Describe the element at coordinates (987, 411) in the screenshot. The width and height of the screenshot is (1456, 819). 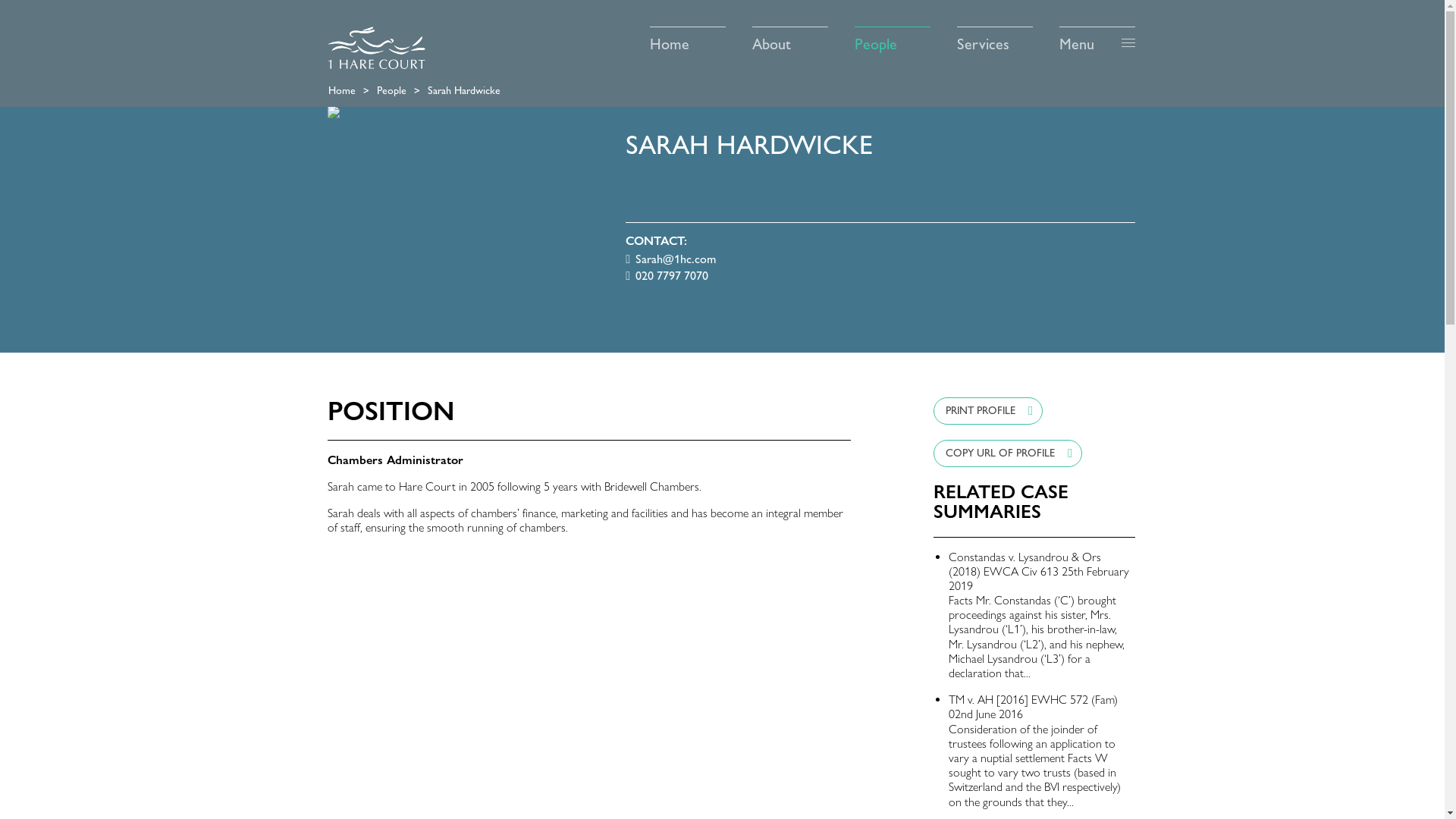
I see `'PRINT PROFILE'` at that location.